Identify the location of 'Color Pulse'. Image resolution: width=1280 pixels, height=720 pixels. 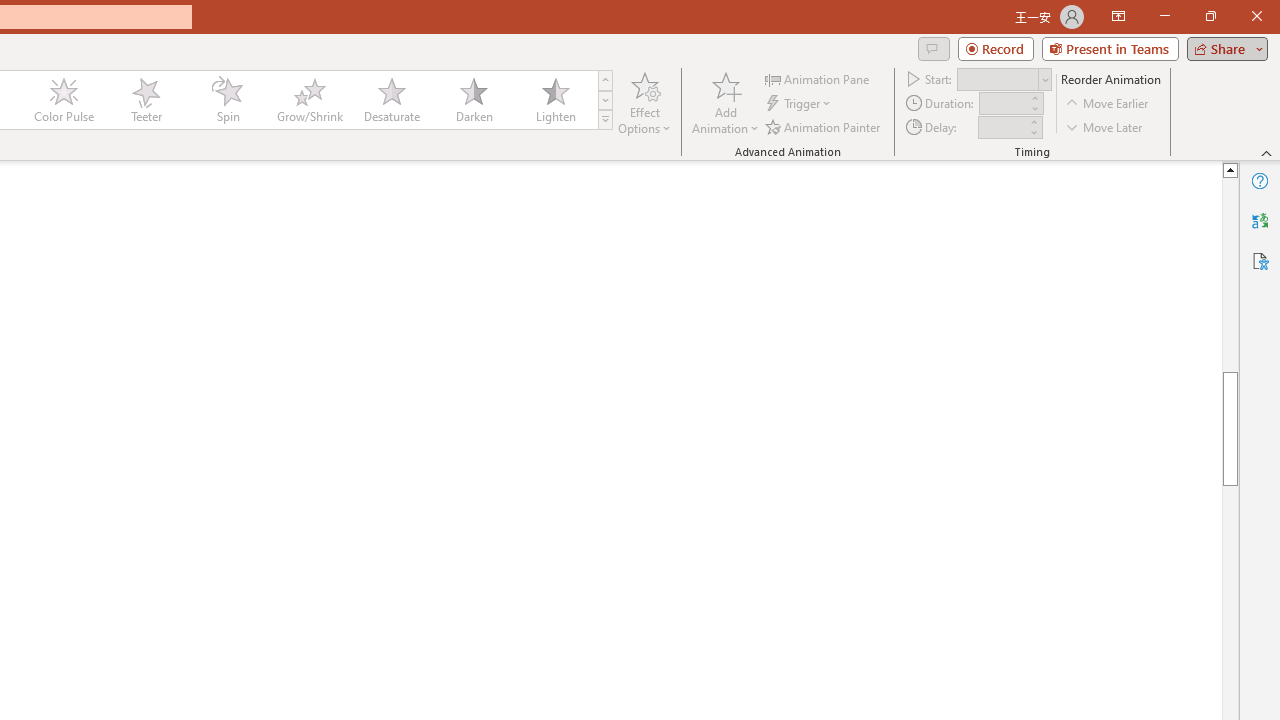
(64, 100).